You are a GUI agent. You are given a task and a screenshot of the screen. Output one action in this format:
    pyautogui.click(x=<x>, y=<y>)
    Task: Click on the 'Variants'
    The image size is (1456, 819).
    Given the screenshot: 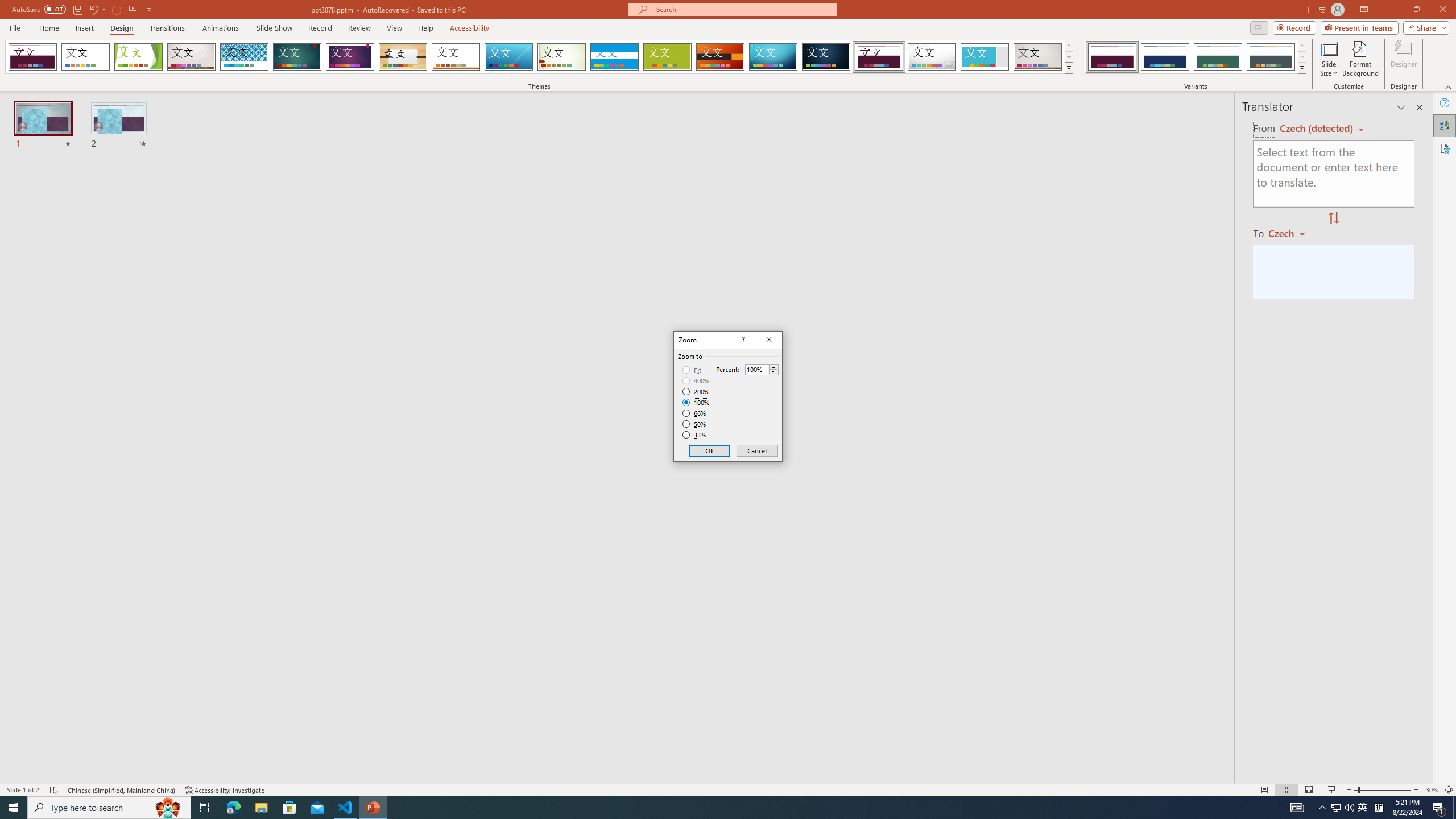 What is the action you would take?
    pyautogui.click(x=1301, y=67)
    